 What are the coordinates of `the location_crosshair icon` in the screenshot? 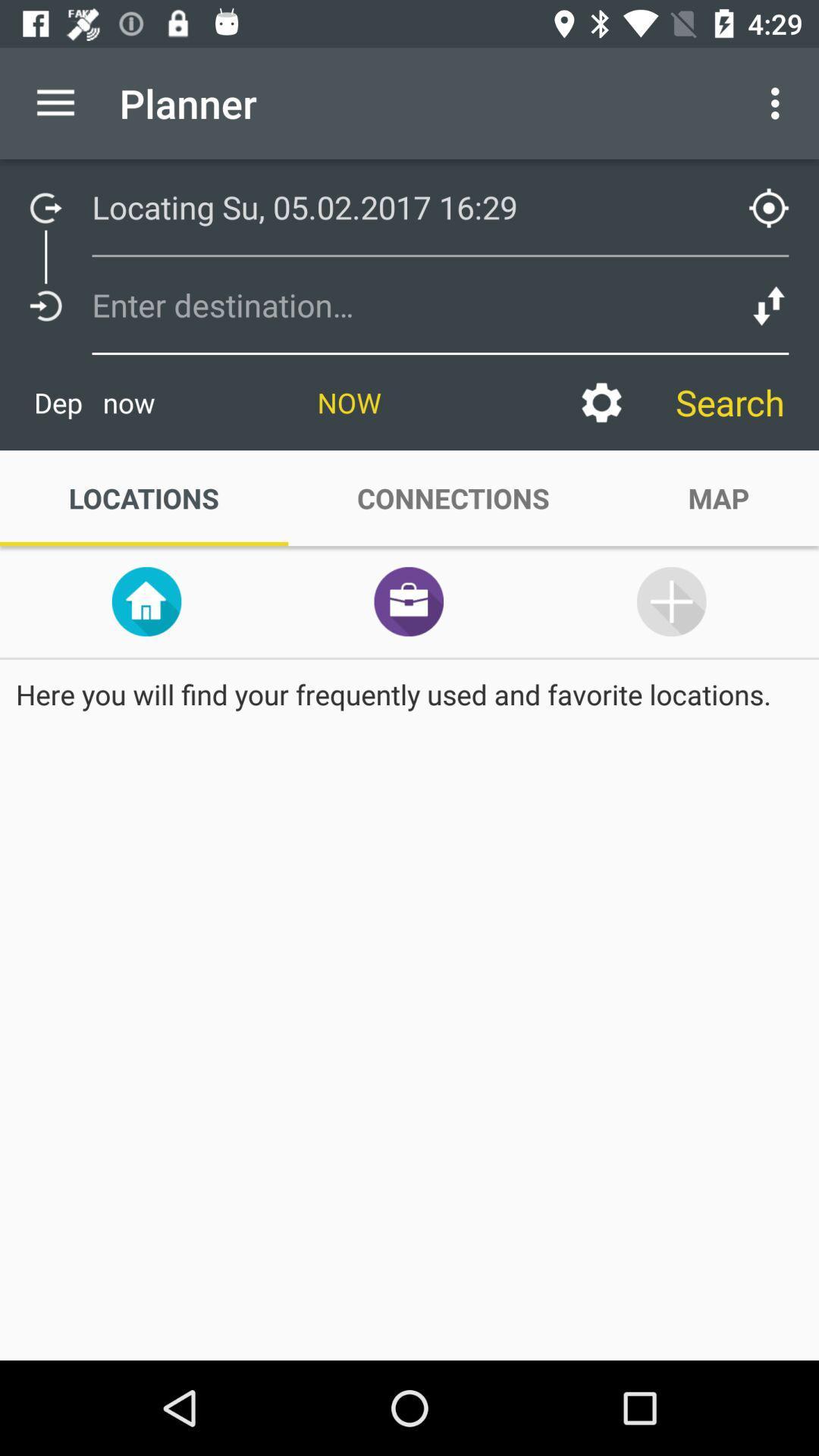 It's located at (769, 207).